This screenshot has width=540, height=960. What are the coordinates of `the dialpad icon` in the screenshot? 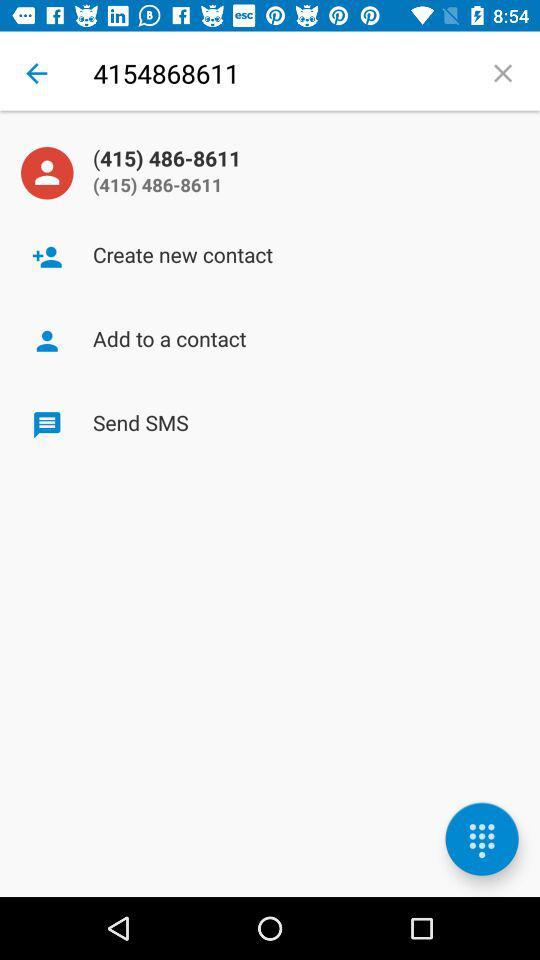 It's located at (481, 839).